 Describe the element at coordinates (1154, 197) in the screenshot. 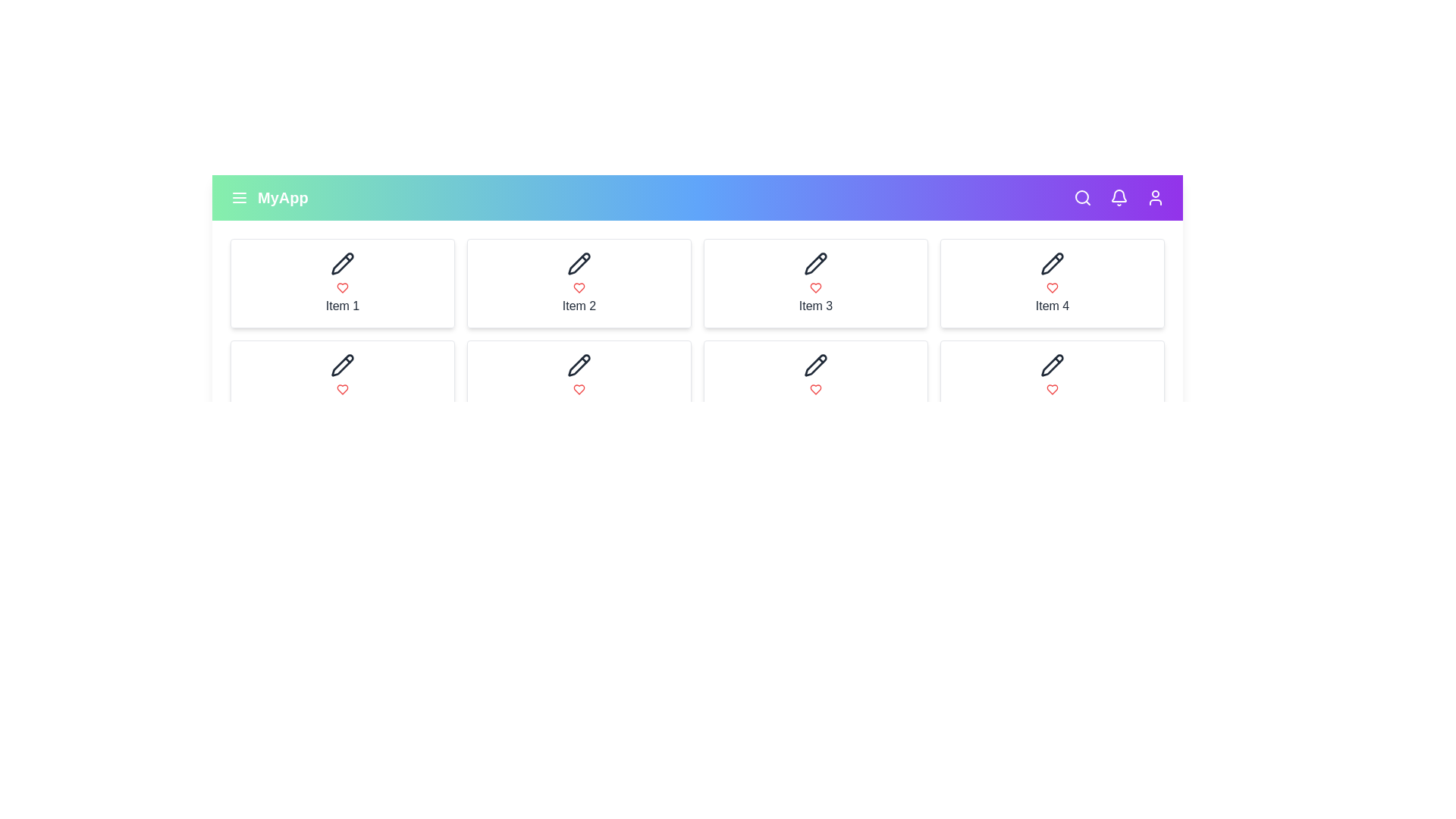

I see `the user icon to access user-related features` at that location.